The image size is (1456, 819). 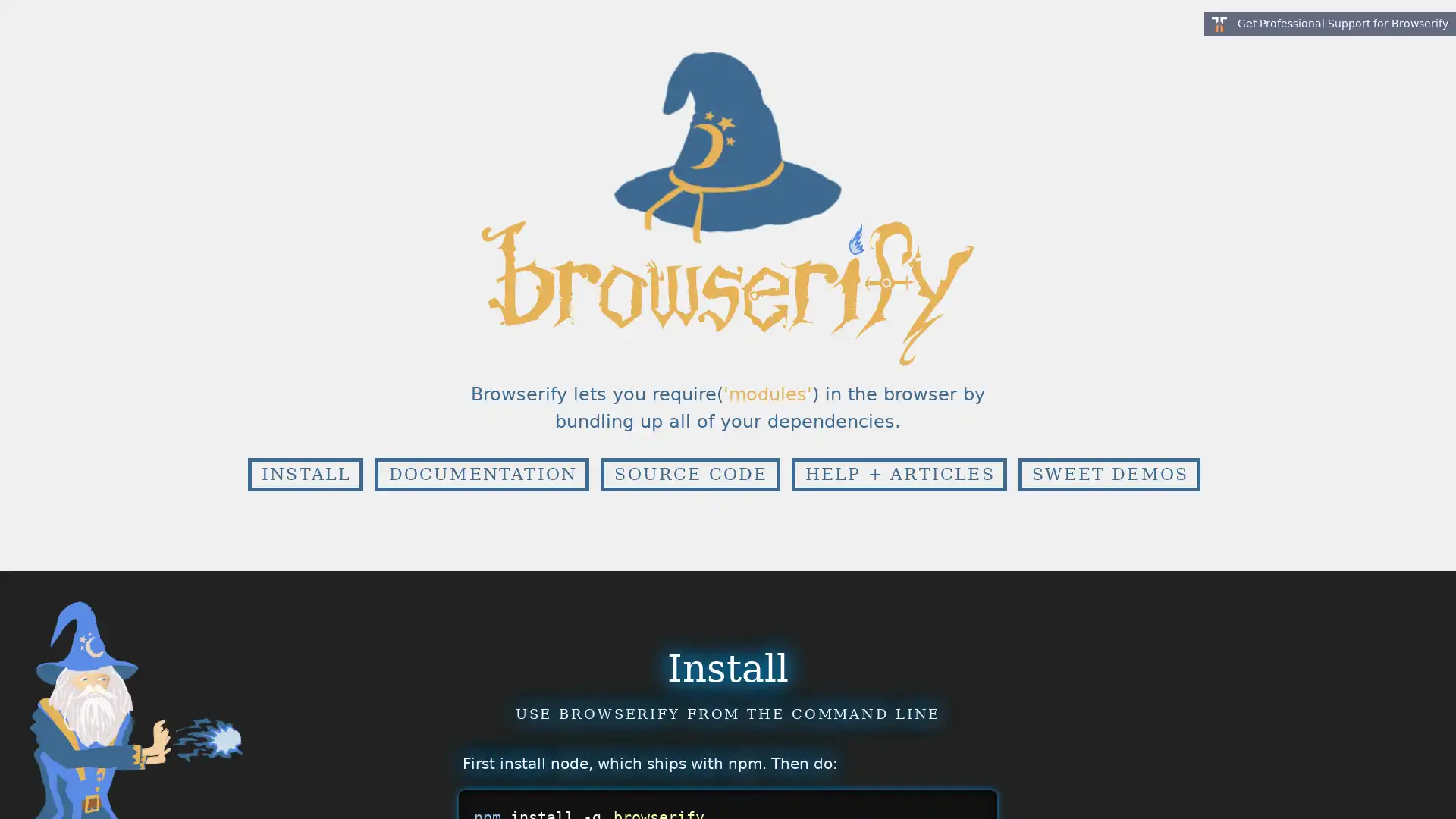 What do you see at coordinates (899, 473) in the screenshot?
I see `HELP + ARTICLES` at bounding box center [899, 473].